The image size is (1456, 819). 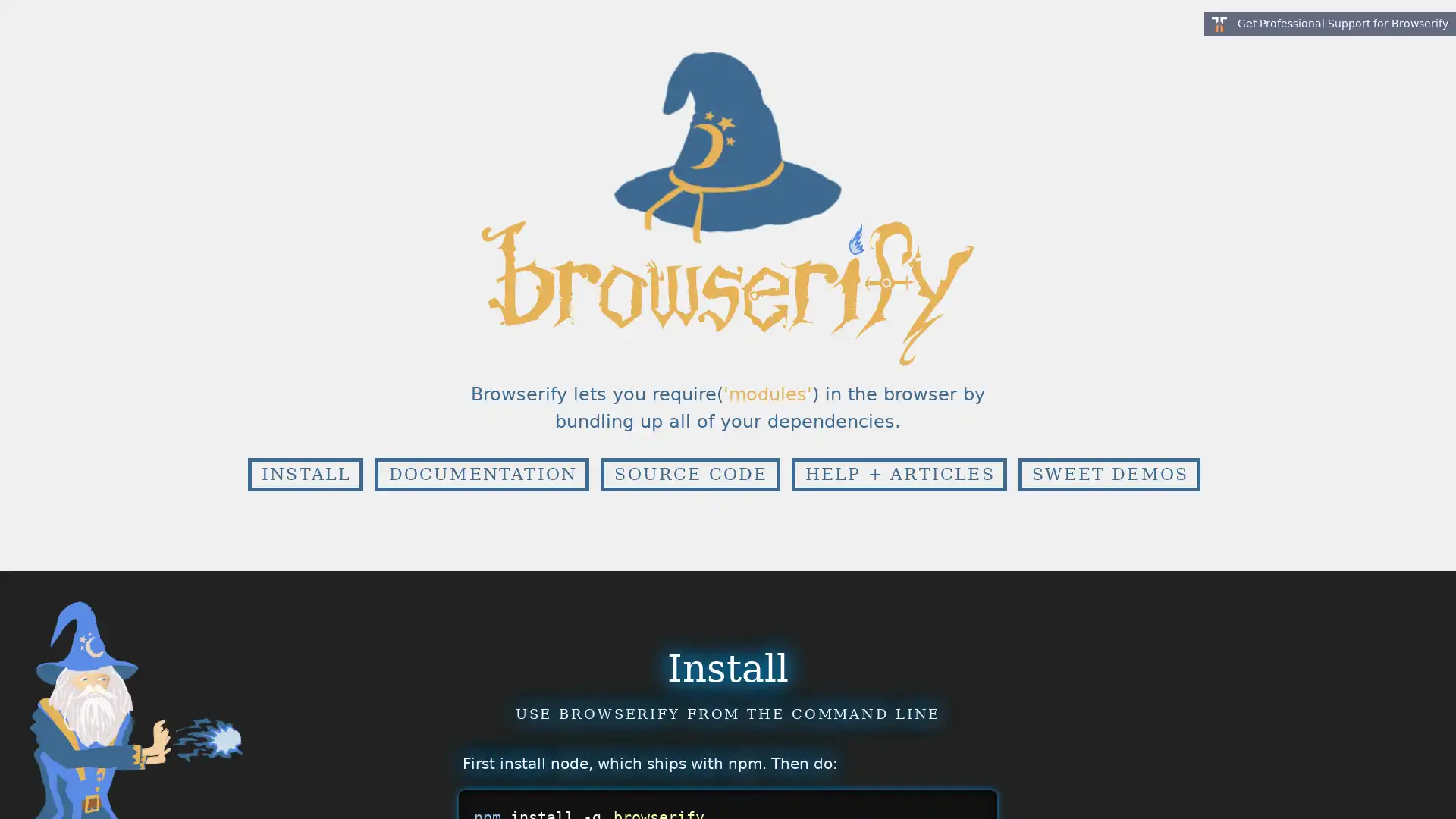 What do you see at coordinates (899, 473) in the screenshot?
I see `HELP + ARTICLES` at bounding box center [899, 473].